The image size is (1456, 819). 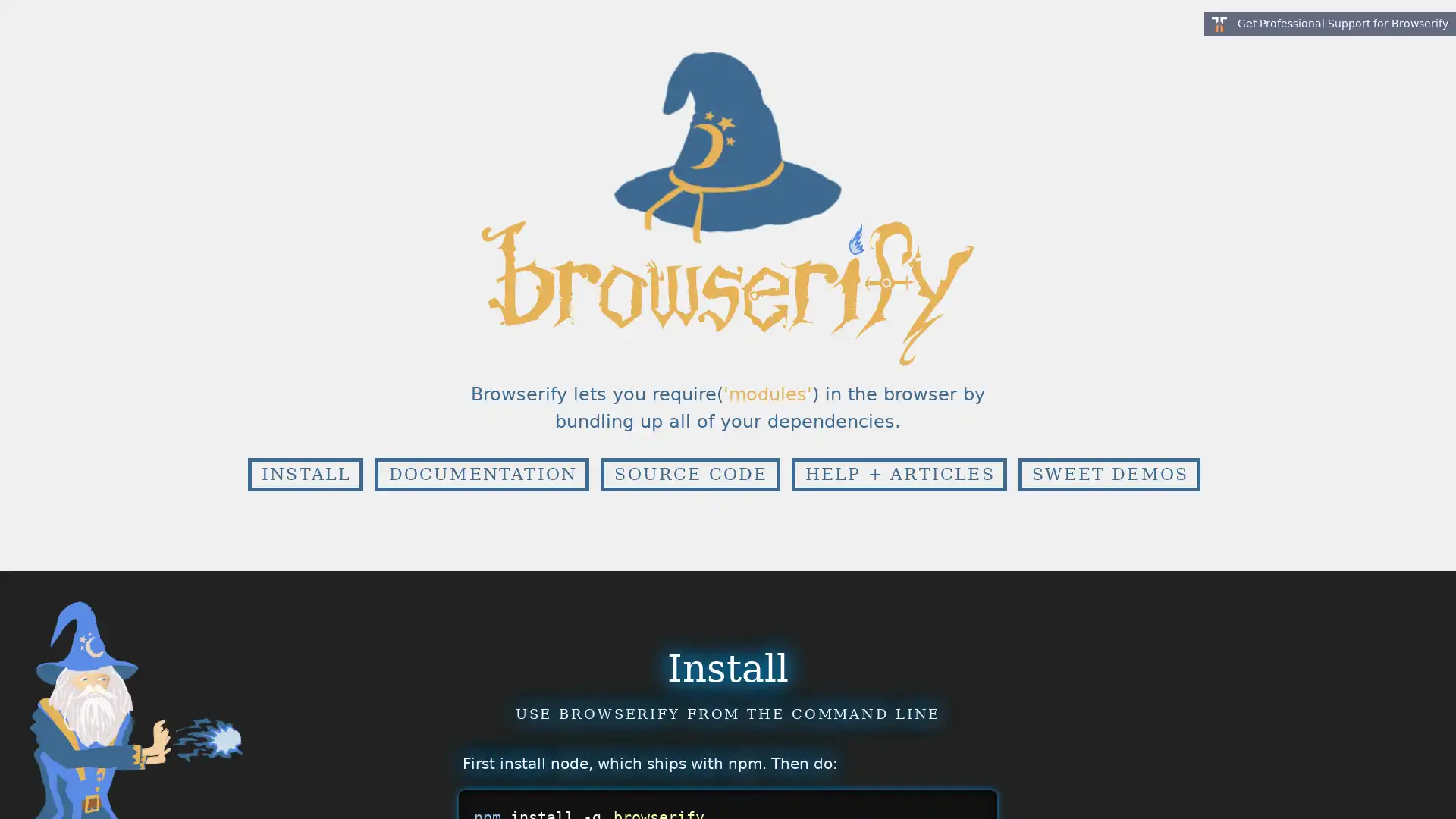 What do you see at coordinates (899, 473) in the screenshot?
I see `HELP + ARTICLES` at bounding box center [899, 473].